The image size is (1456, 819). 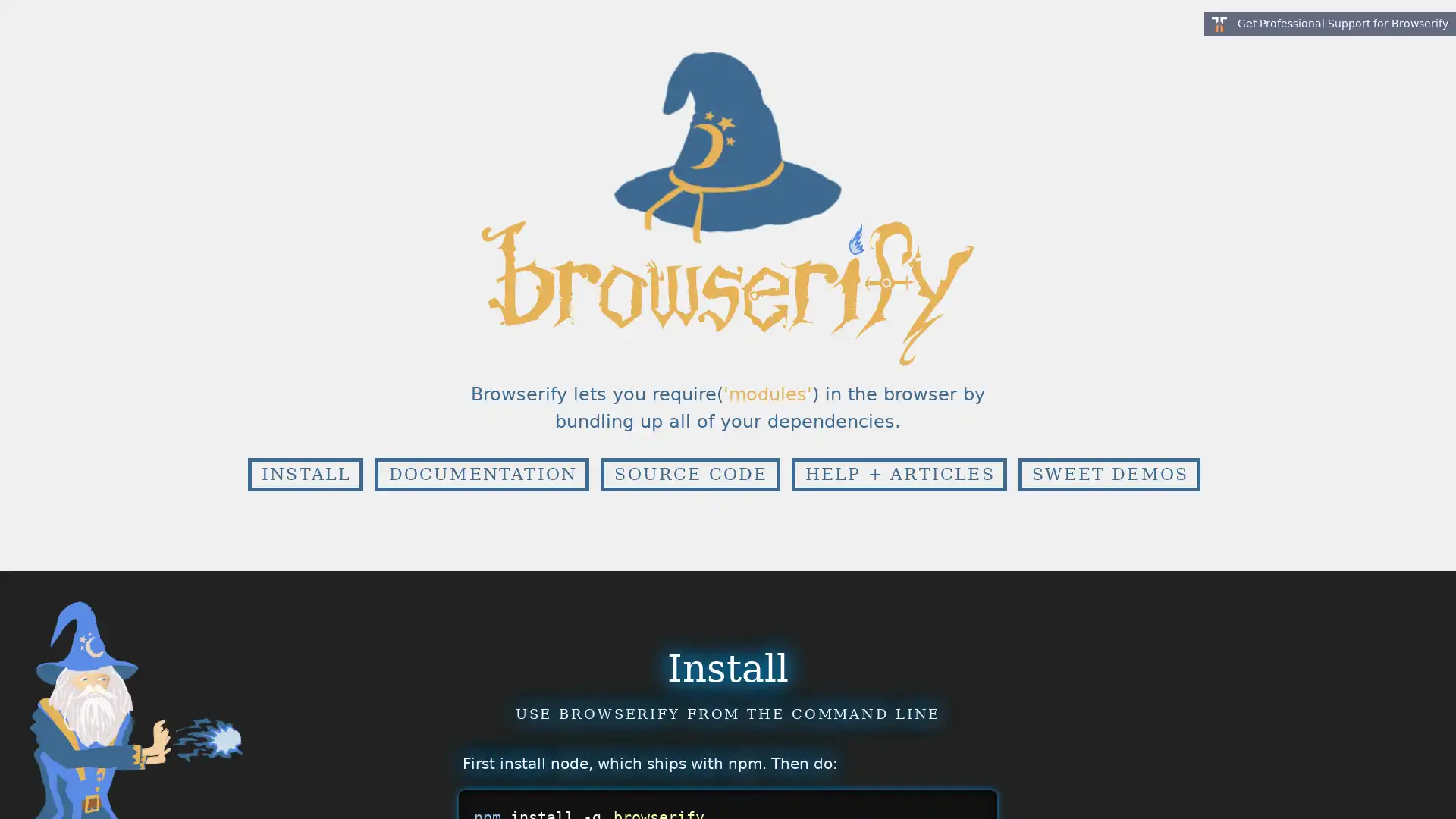 What do you see at coordinates (899, 473) in the screenshot?
I see `HELP + ARTICLES` at bounding box center [899, 473].